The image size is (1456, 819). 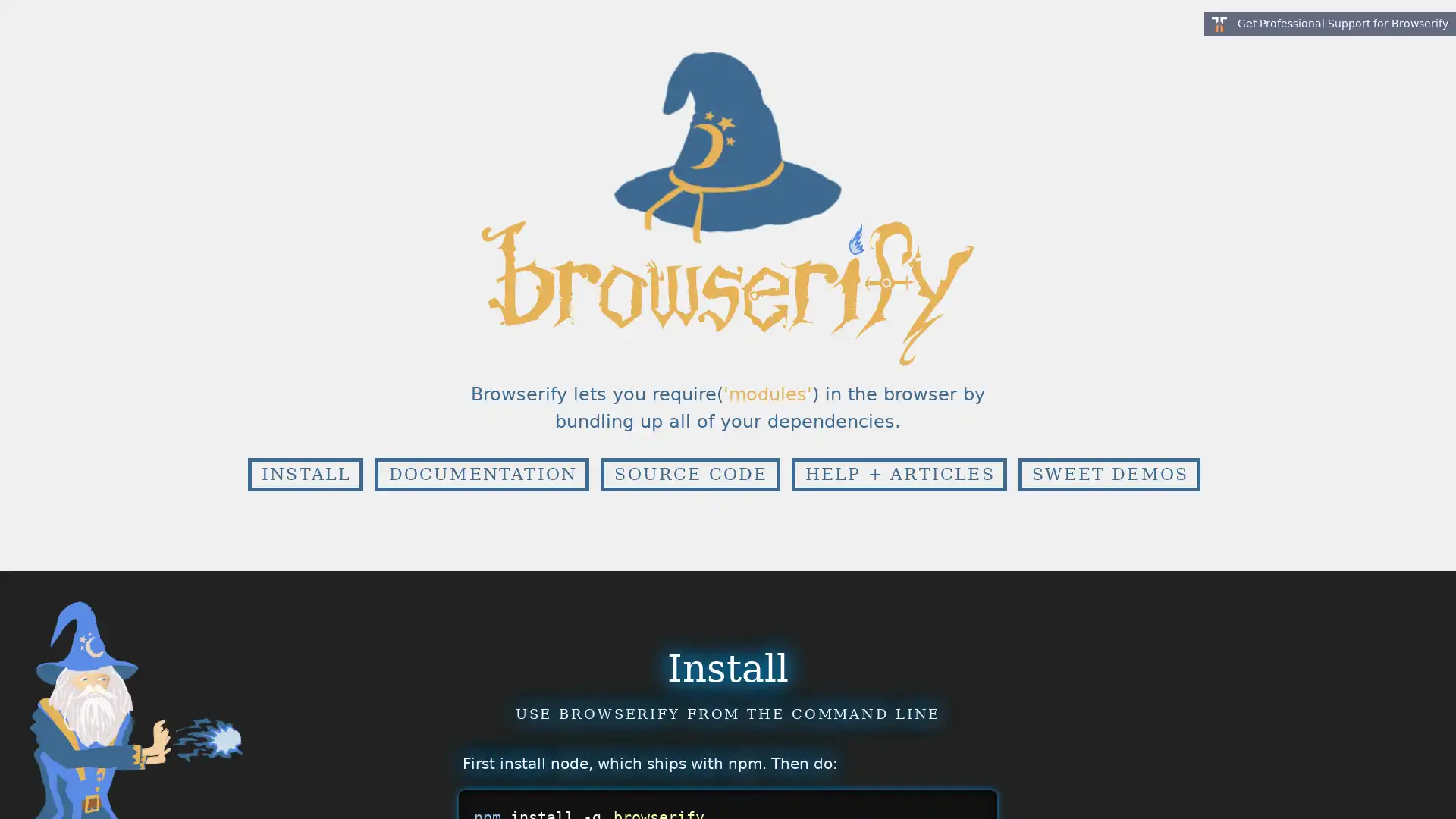 What do you see at coordinates (899, 473) in the screenshot?
I see `HELP + ARTICLES` at bounding box center [899, 473].